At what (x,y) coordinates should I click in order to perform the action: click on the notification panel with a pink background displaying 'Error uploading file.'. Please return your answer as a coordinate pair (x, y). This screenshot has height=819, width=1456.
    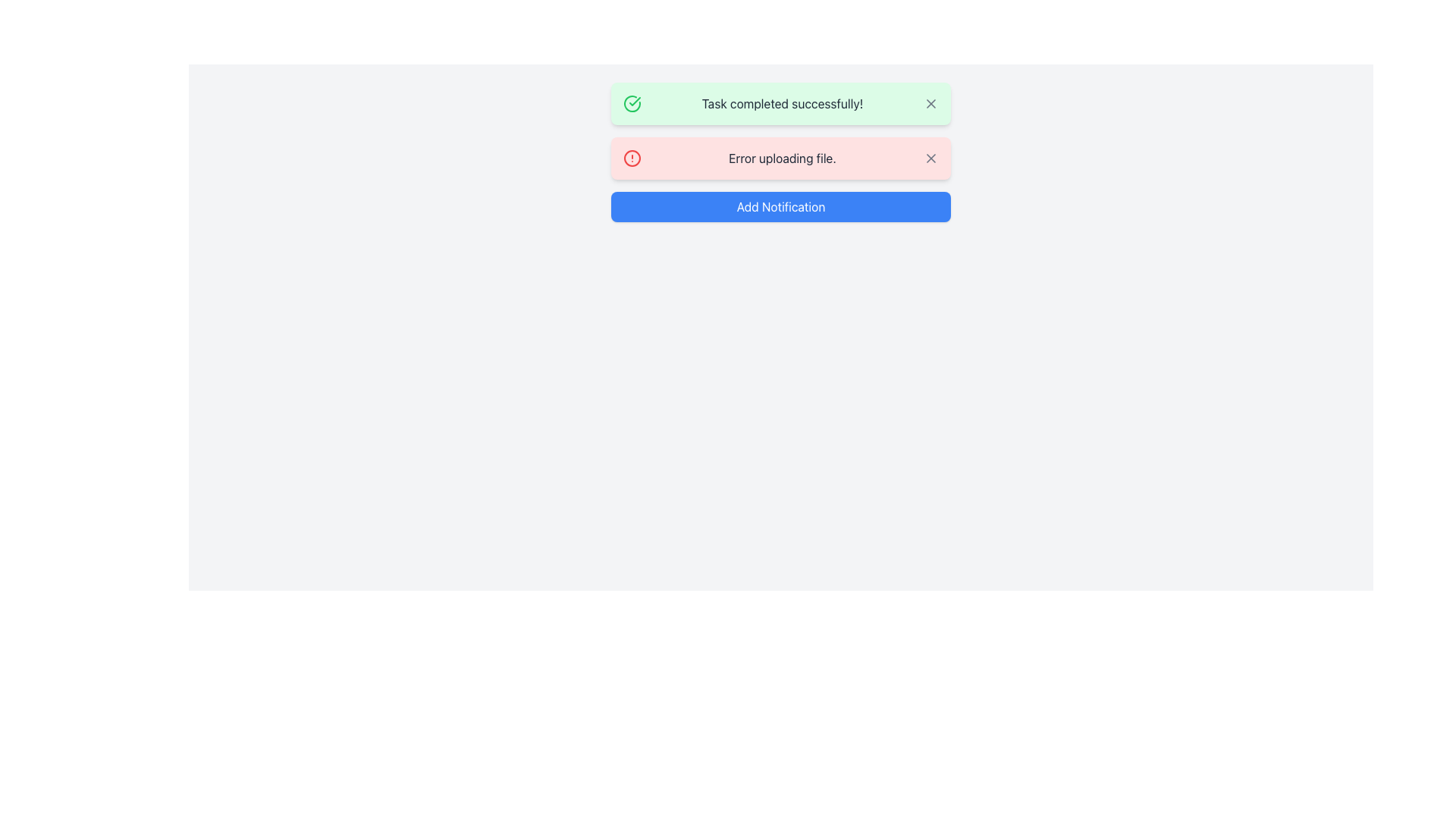
    Looking at the image, I should click on (781, 152).